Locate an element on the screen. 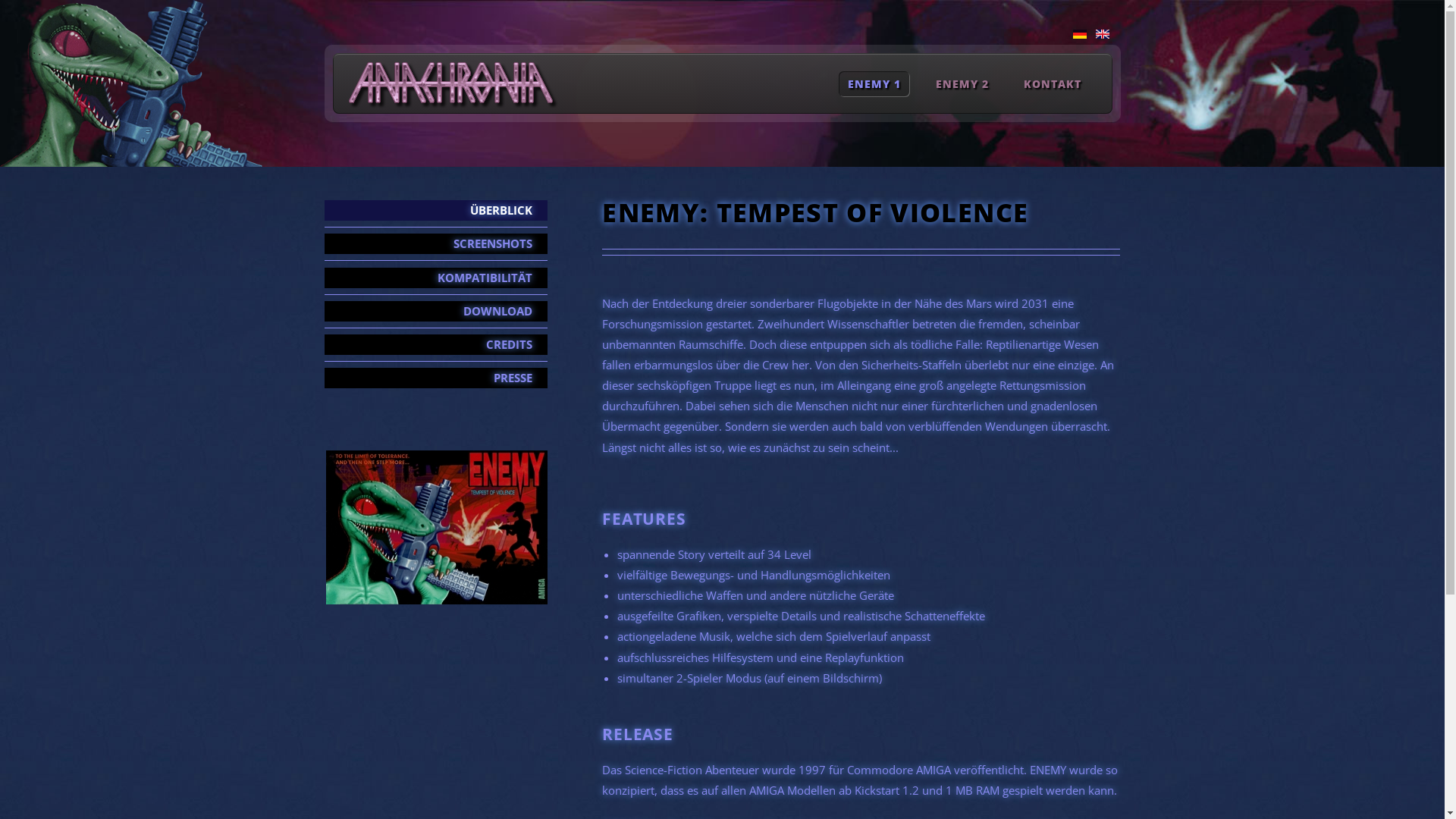 This screenshot has width=1456, height=819. 'DOWNLOAD' is located at coordinates (435, 310).